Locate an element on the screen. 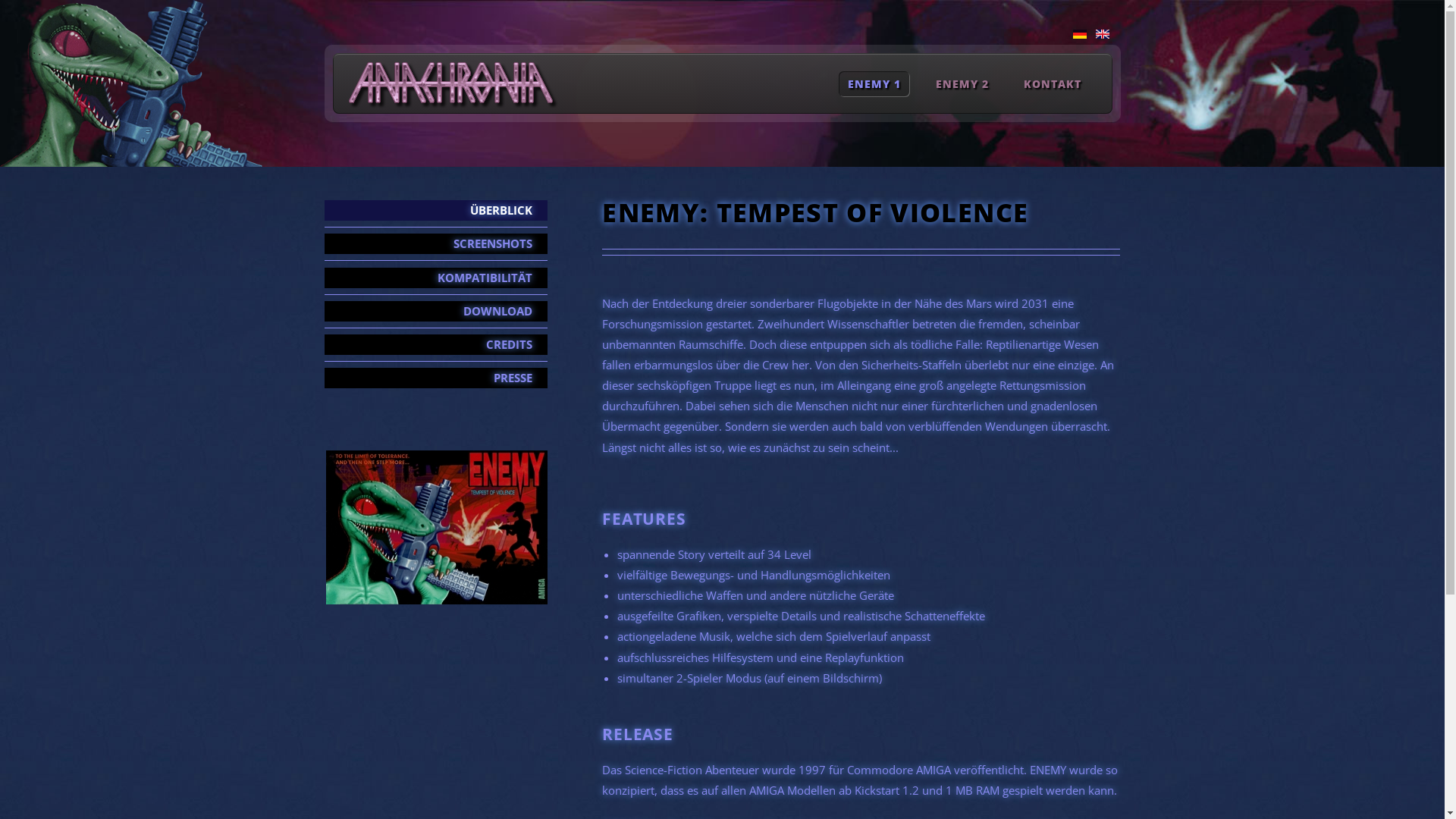 This screenshot has width=1456, height=819. 'DOWNLOAD' is located at coordinates (435, 310).